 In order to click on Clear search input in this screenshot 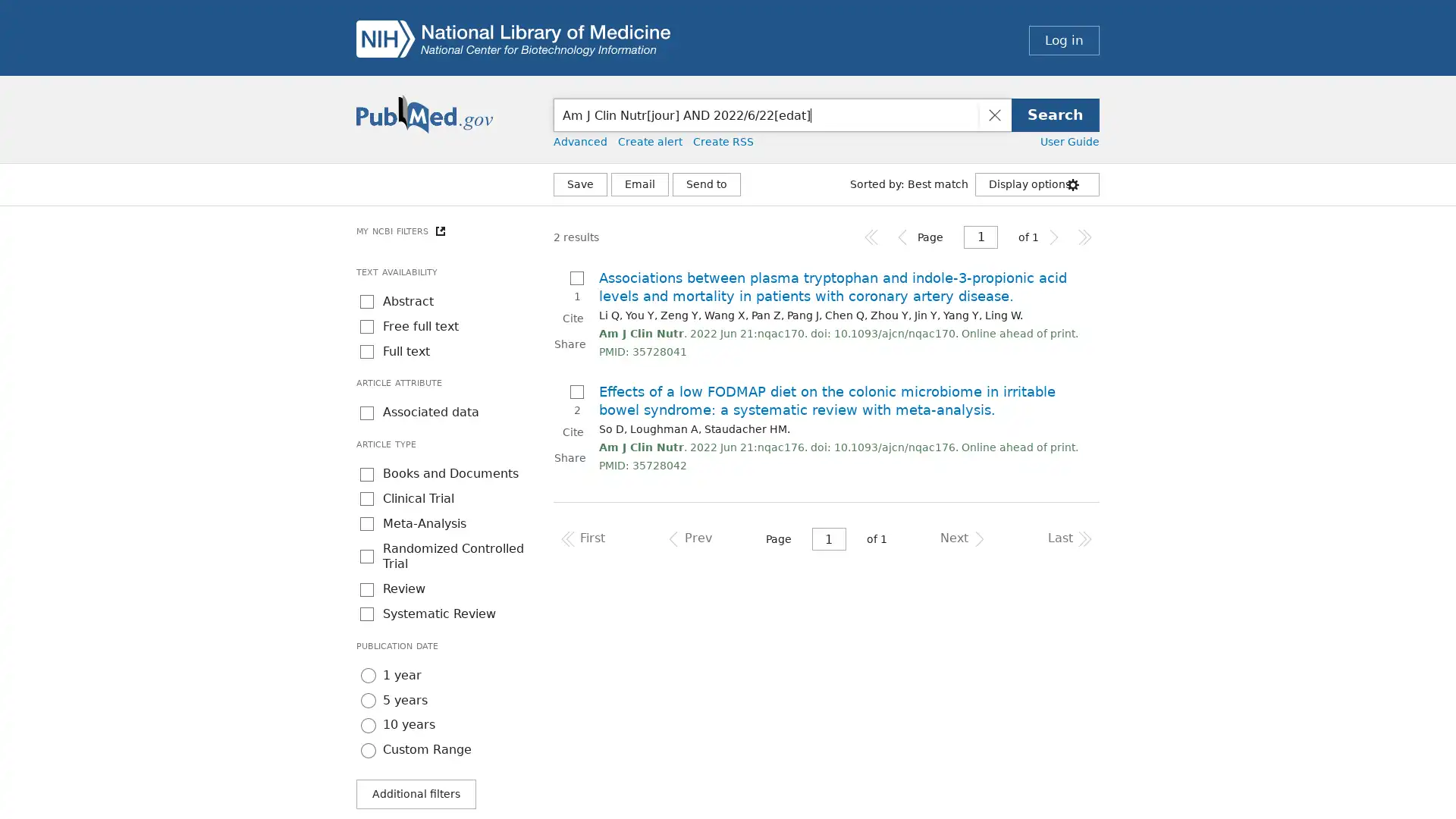, I will do `click(993, 114)`.